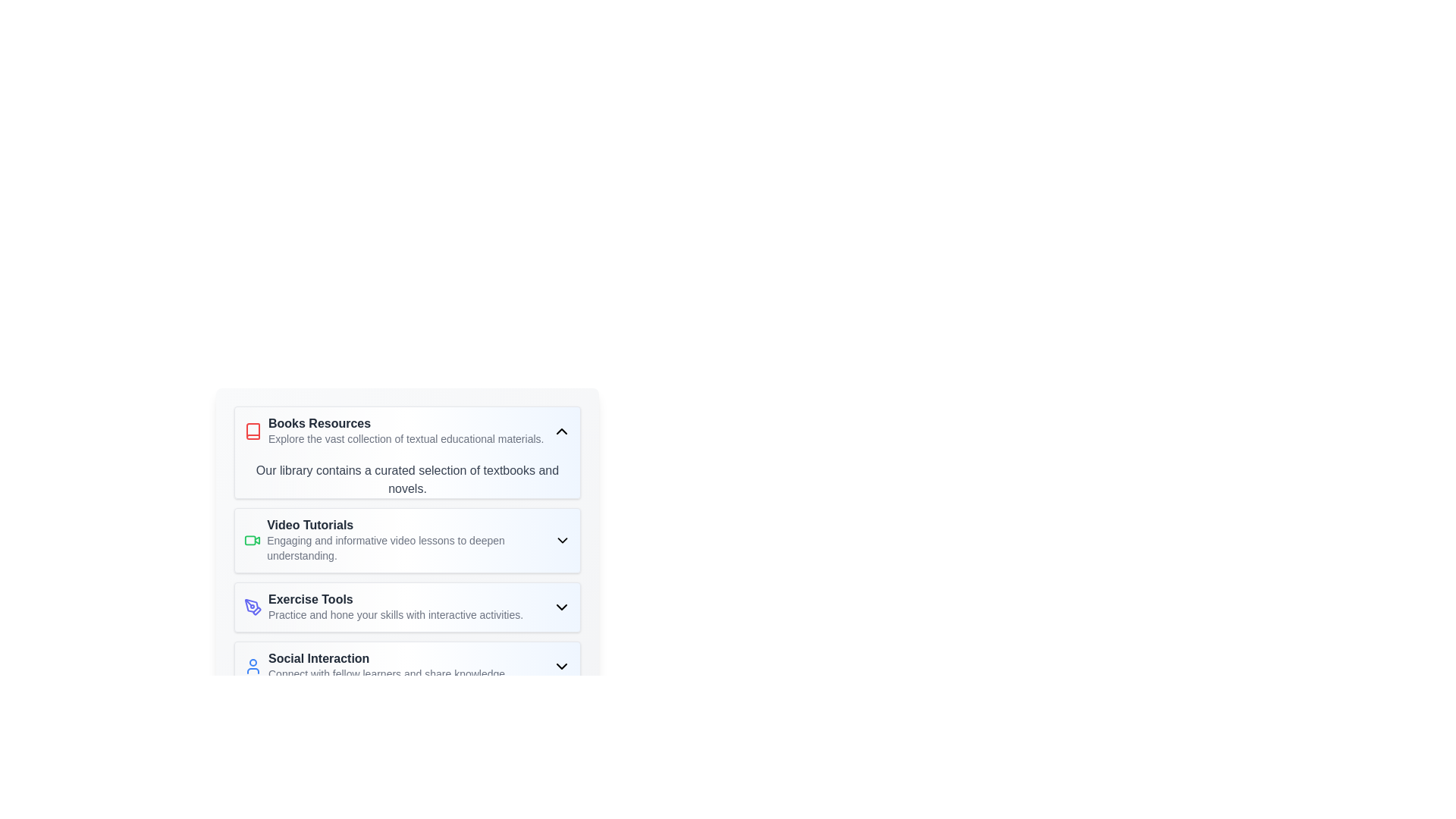  What do you see at coordinates (410, 540) in the screenshot?
I see `the Text display component that summarizes the 'Video Tutorials' section, located below 'Books Resources' and above 'Exercise Tools'` at bounding box center [410, 540].